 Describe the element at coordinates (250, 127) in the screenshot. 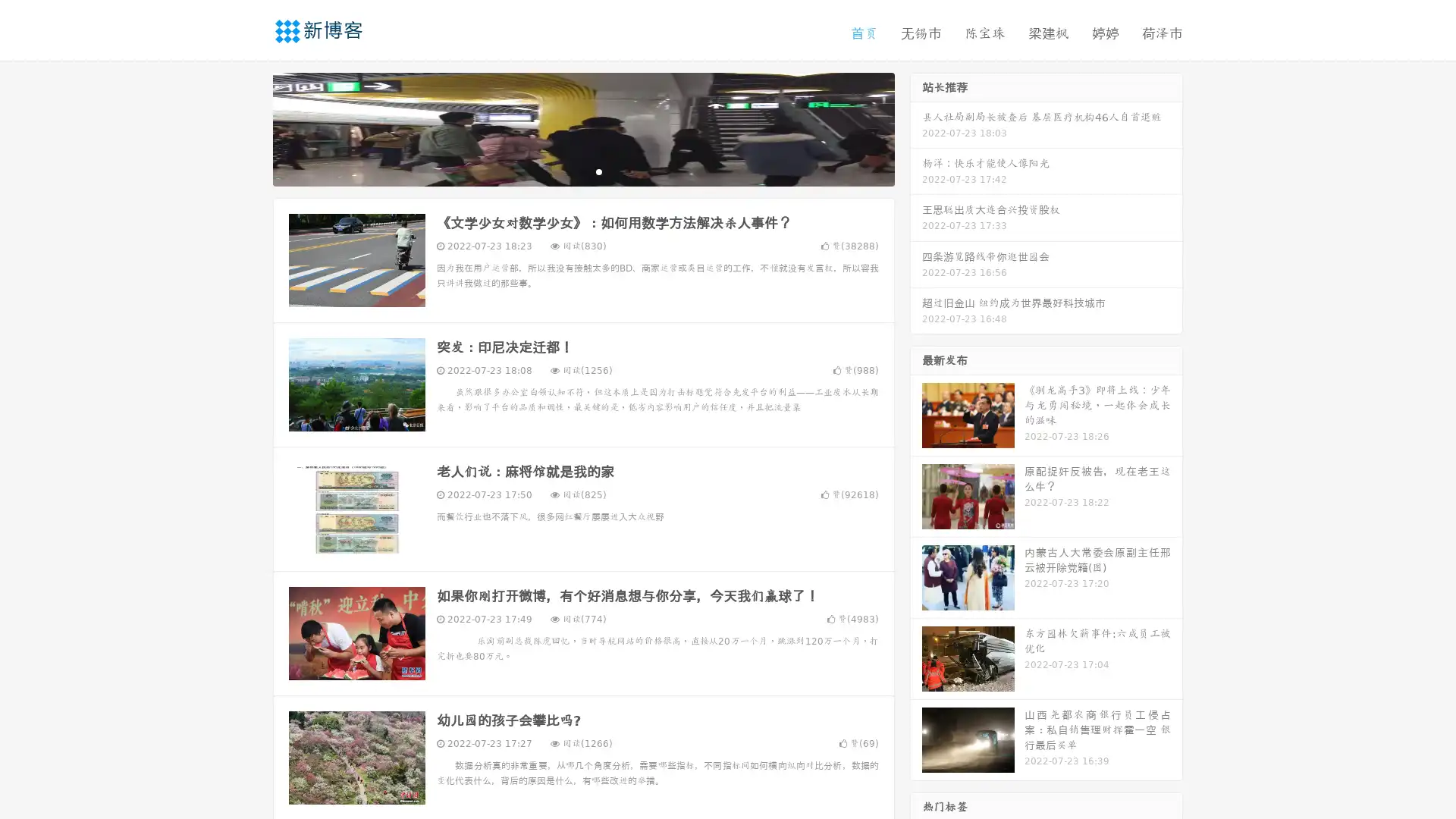

I see `Previous slide` at that location.